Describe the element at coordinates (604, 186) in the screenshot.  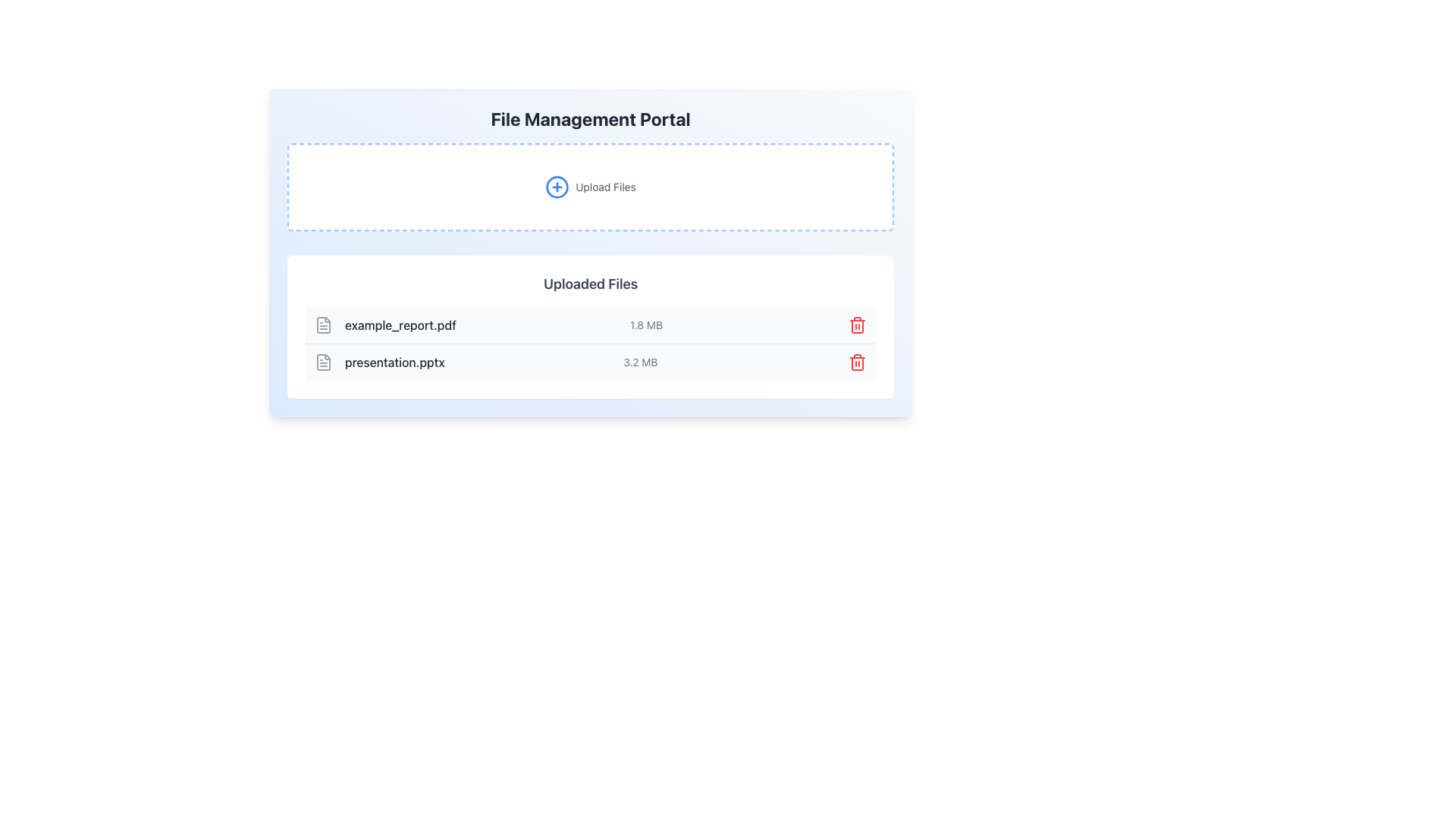
I see `the Text Label that provides guidance for the file upload action, located in the upper center of the layout next to the blue plus icon` at that location.